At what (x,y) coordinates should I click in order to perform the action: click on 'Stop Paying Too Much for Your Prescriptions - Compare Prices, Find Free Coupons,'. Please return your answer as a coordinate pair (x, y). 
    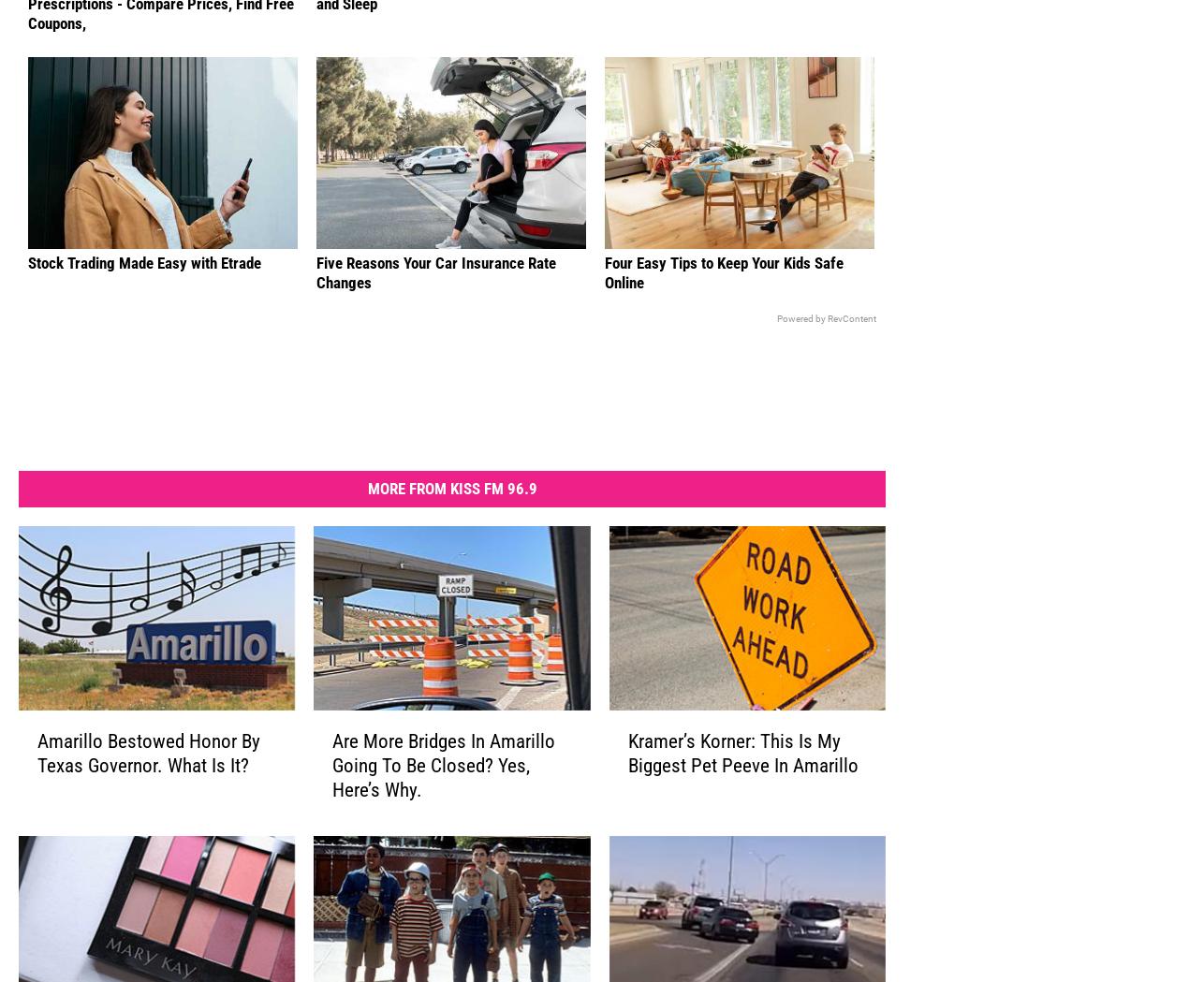
    Looking at the image, I should click on (160, 32).